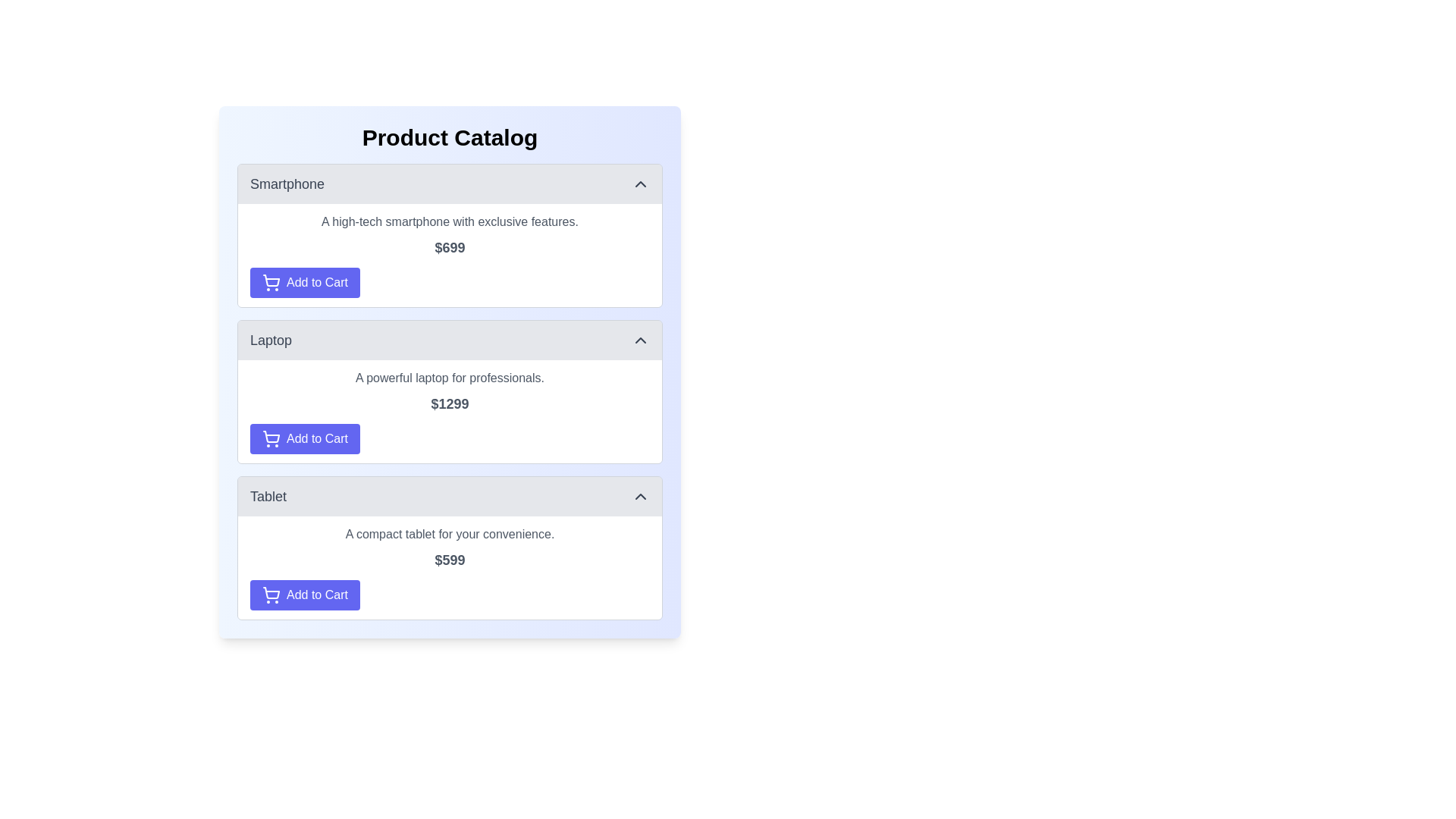  Describe the element at coordinates (640, 184) in the screenshot. I see `the upward-pointing chevron-style arrow icon located in the top-right corner of the 'Smartphone' panel` at that location.